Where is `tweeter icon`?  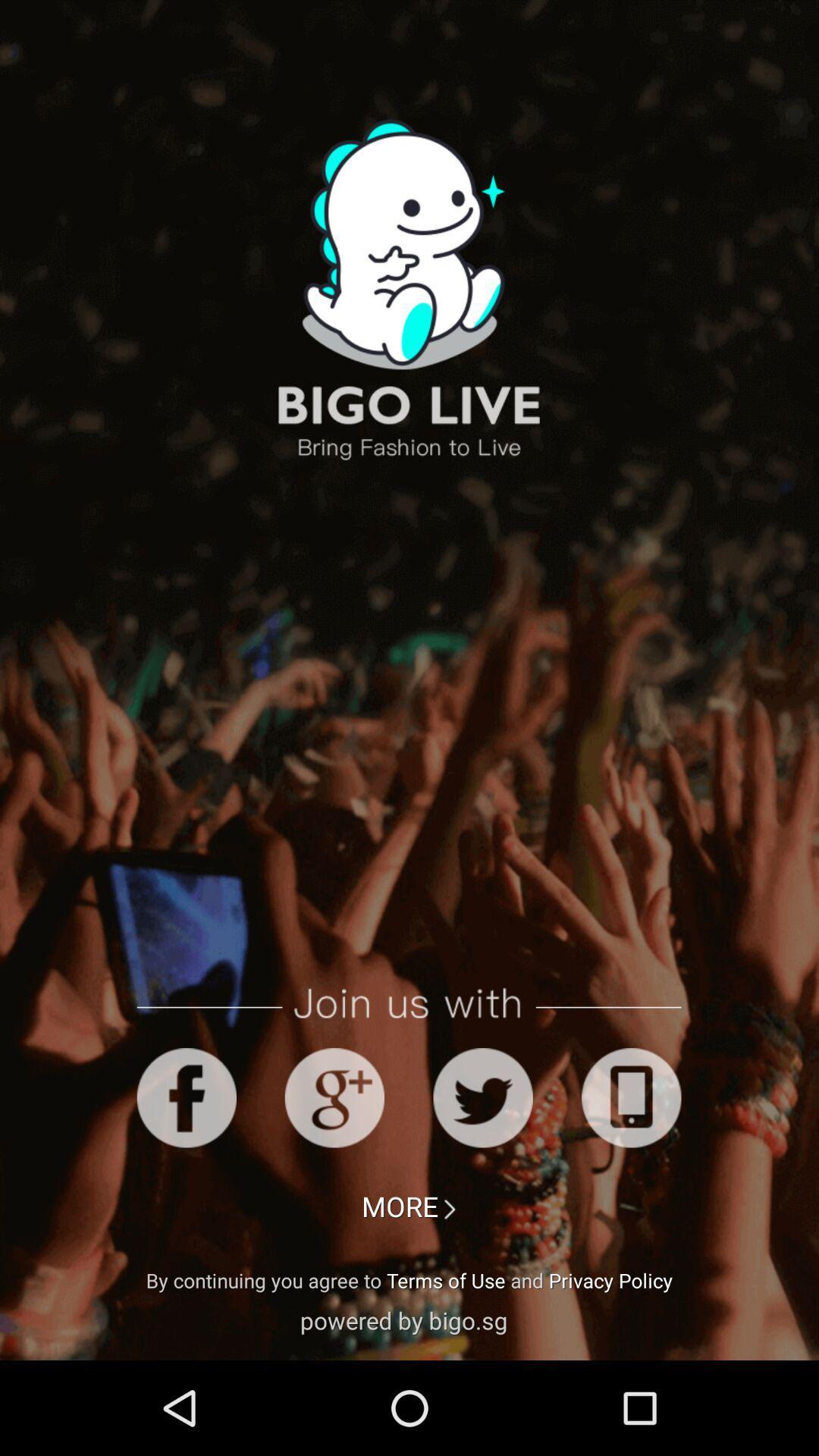 tweeter icon is located at coordinates (483, 1097).